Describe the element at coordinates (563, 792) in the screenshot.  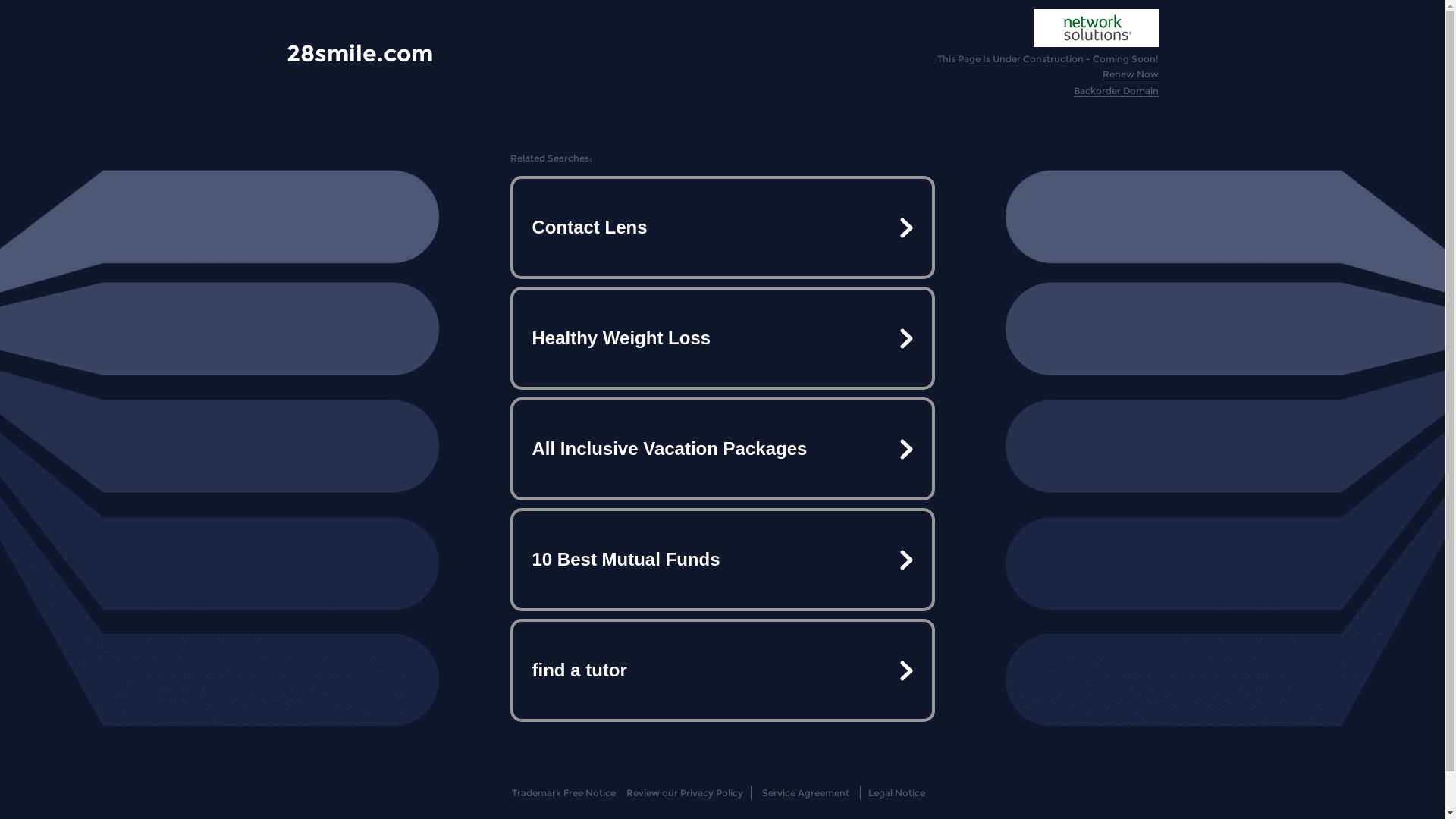
I see `'Trademark Free Notice'` at that location.